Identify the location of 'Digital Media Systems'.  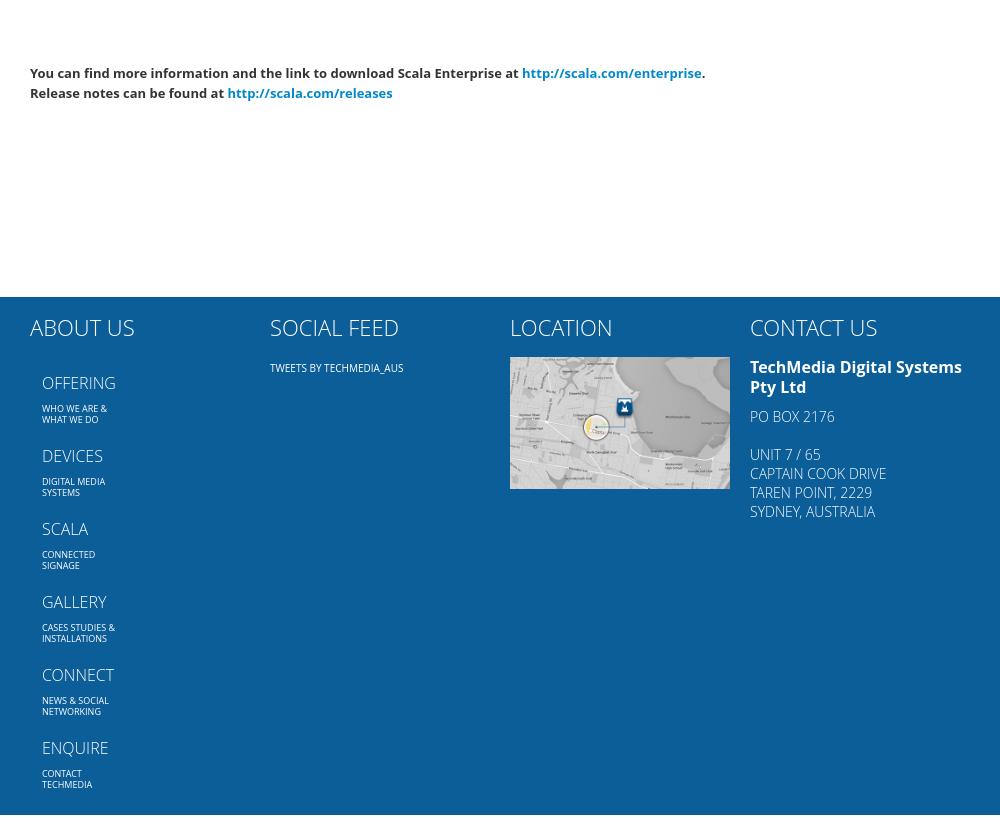
(42, 486).